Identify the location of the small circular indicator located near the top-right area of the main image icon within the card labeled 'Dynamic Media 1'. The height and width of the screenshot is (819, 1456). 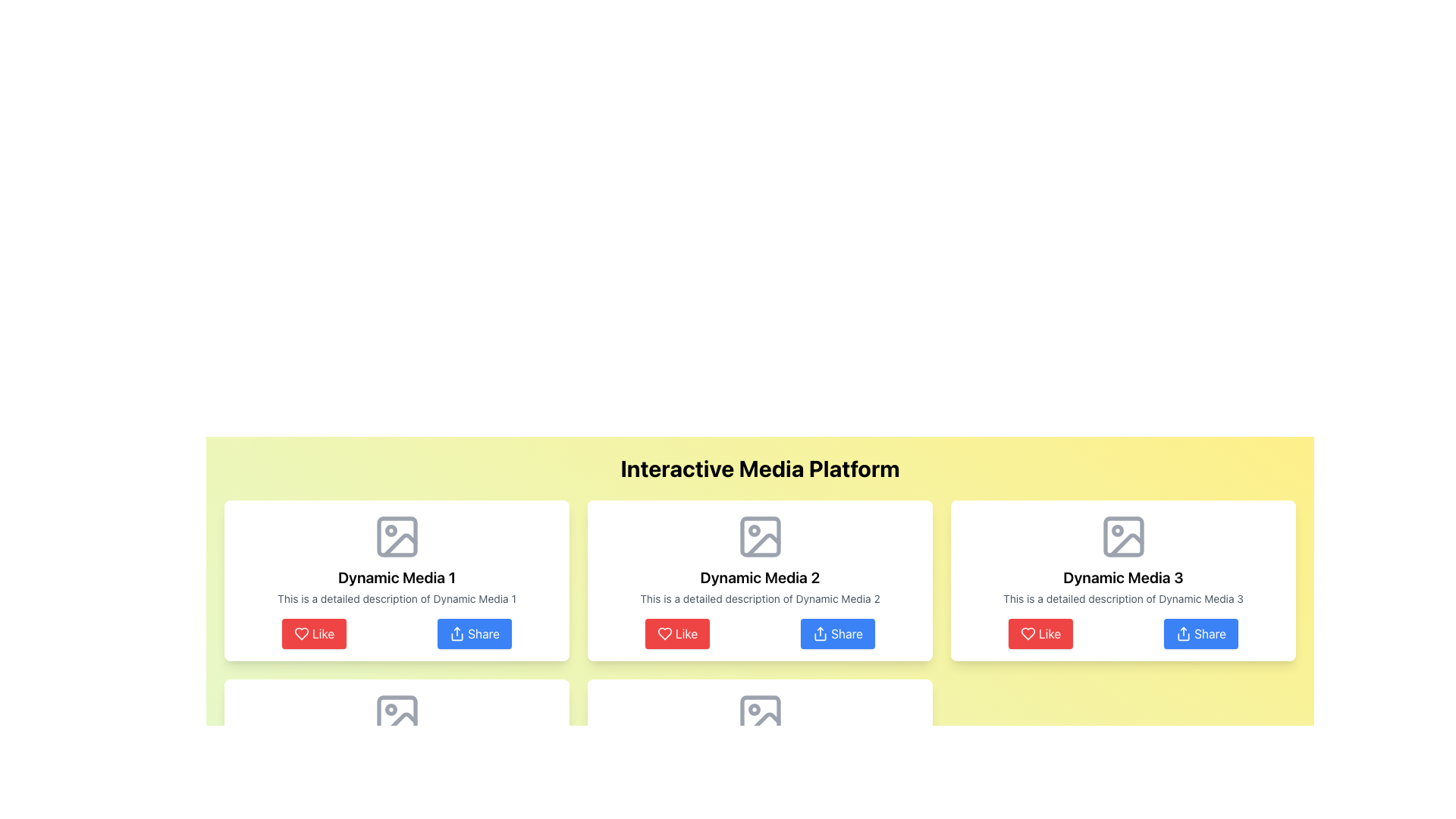
(391, 529).